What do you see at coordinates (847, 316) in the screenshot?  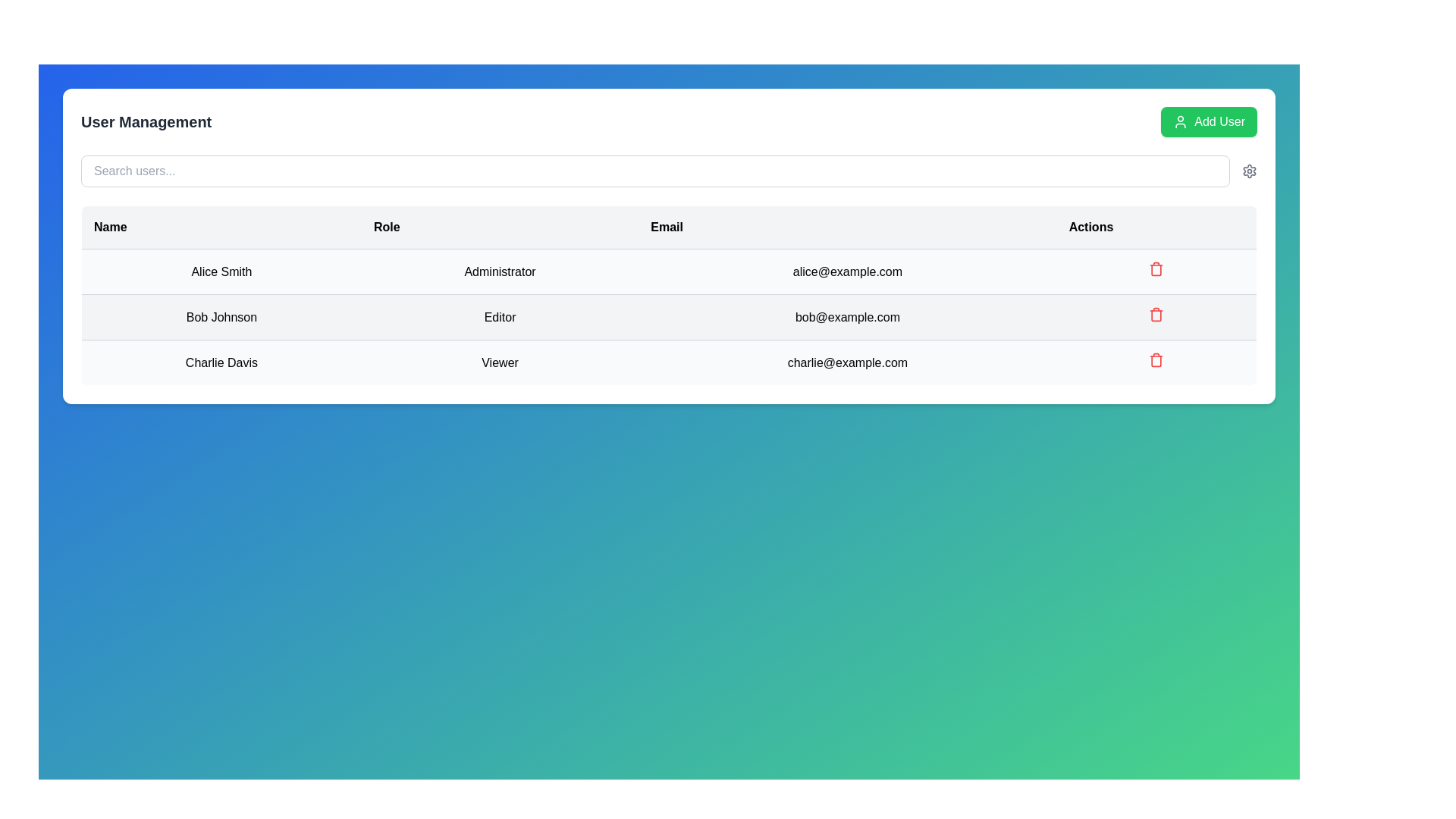 I see `the static text displaying the email address of user 'Bob Johnson', which is located in the 'Email' column of the user management table` at bounding box center [847, 316].